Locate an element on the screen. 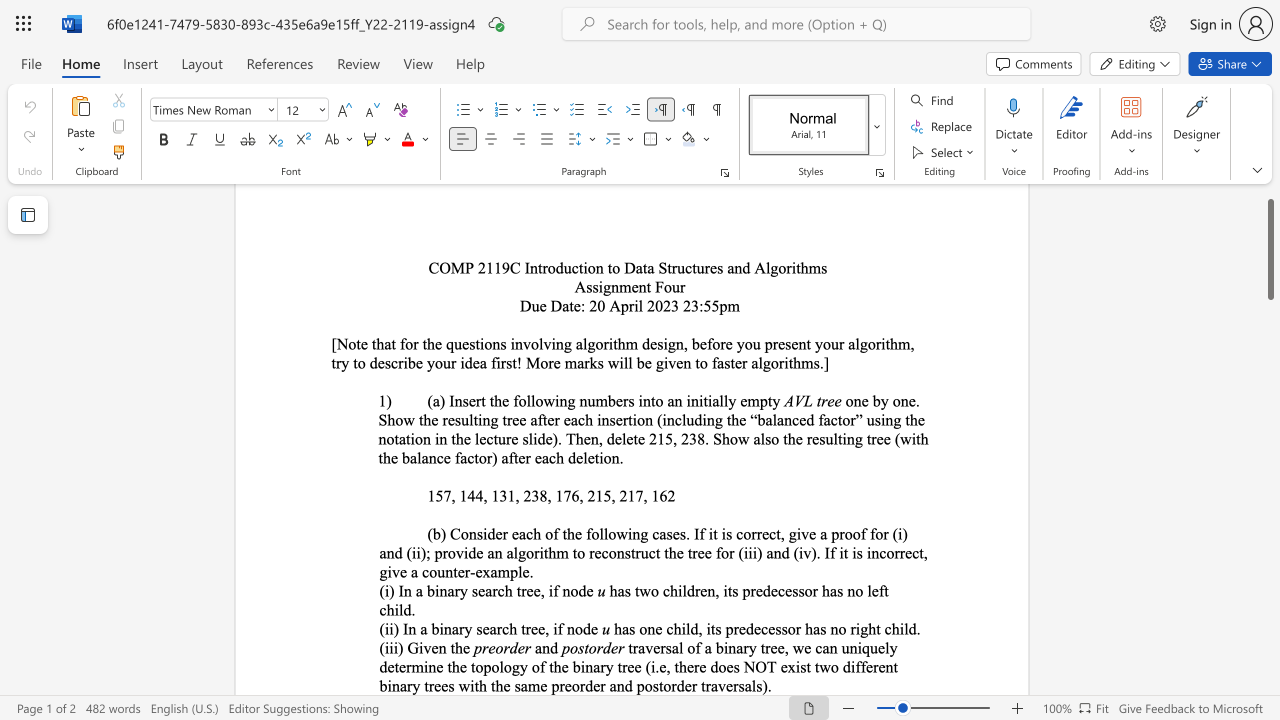  the 6th character "s" in the text is located at coordinates (655, 685).